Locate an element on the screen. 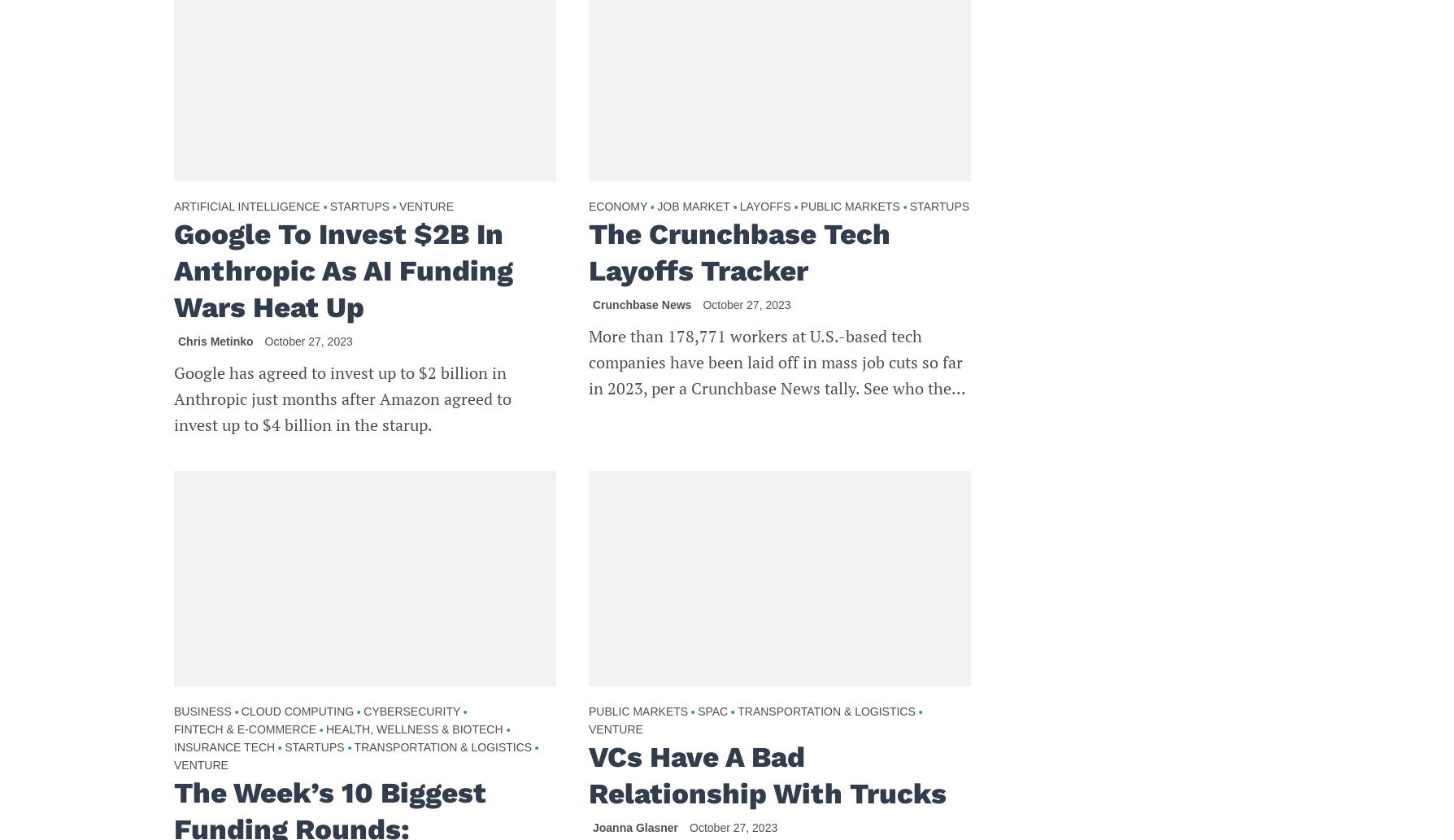 The height and width of the screenshot is (840, 1454). 'Chris Metinko' is located at coordinates (214, 342).